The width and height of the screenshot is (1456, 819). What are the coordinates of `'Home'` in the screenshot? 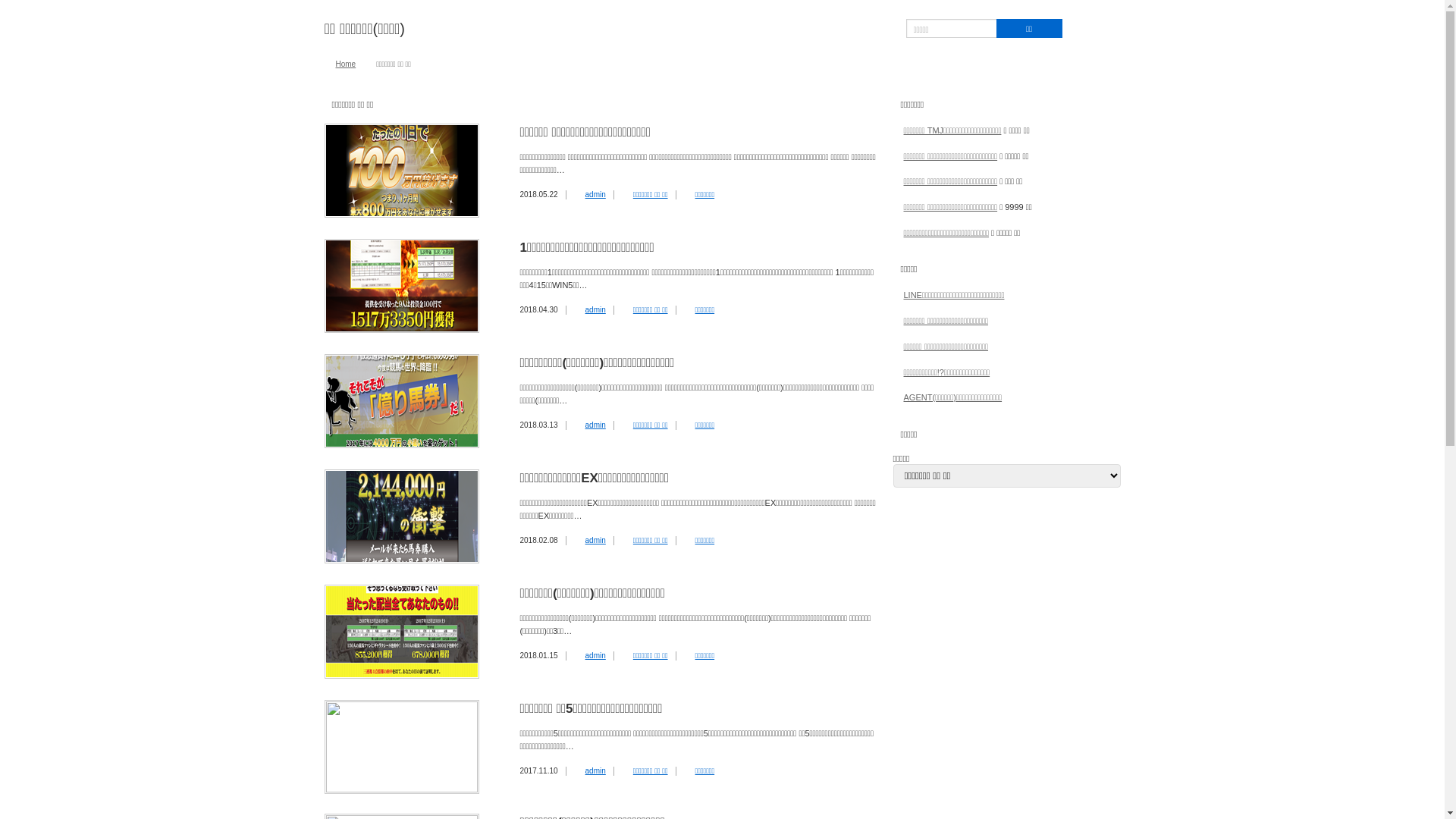 It's located at (344, 63).